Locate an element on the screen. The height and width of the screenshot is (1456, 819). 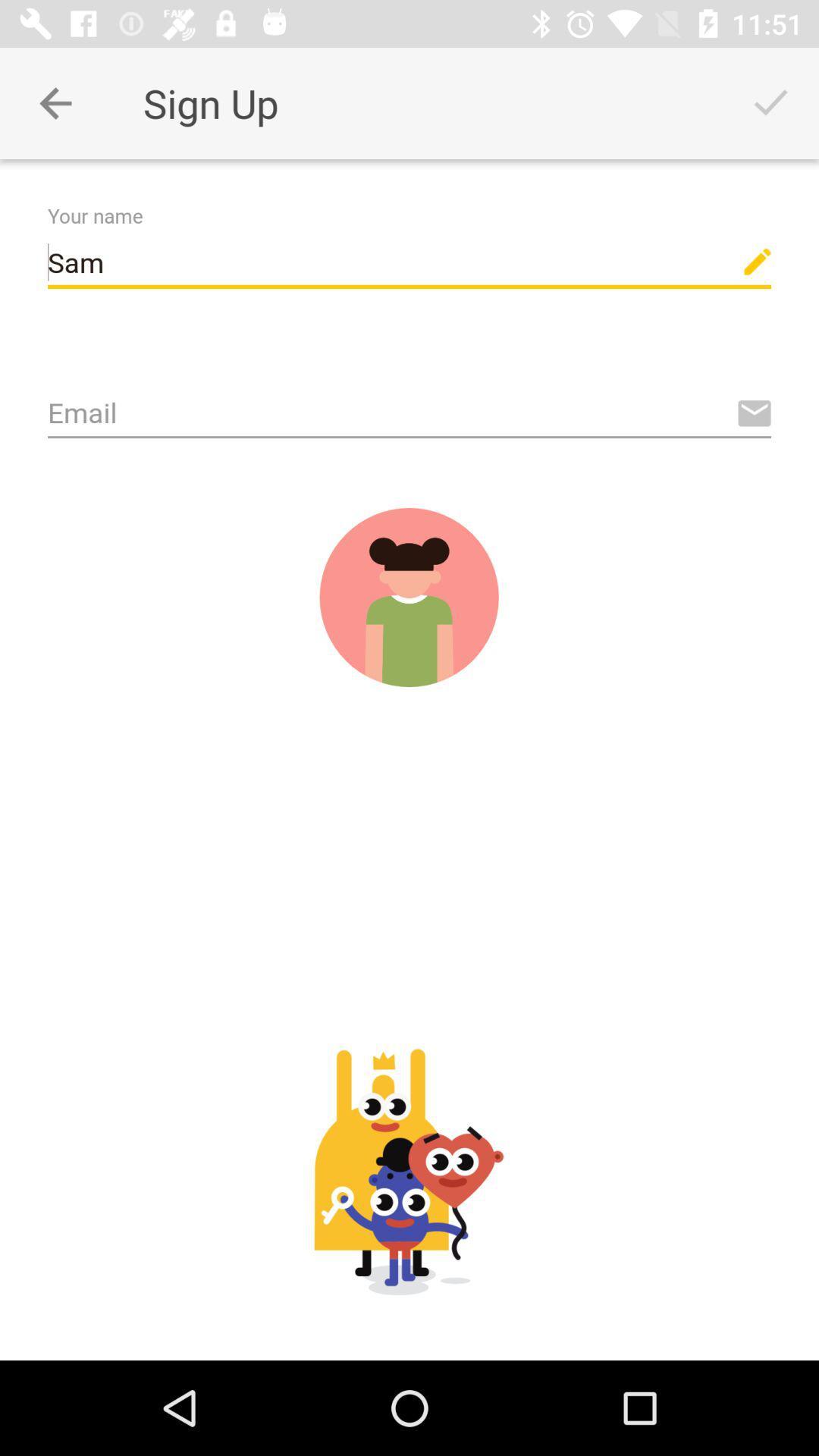
change profile picture is located at coordinates (408, 596).